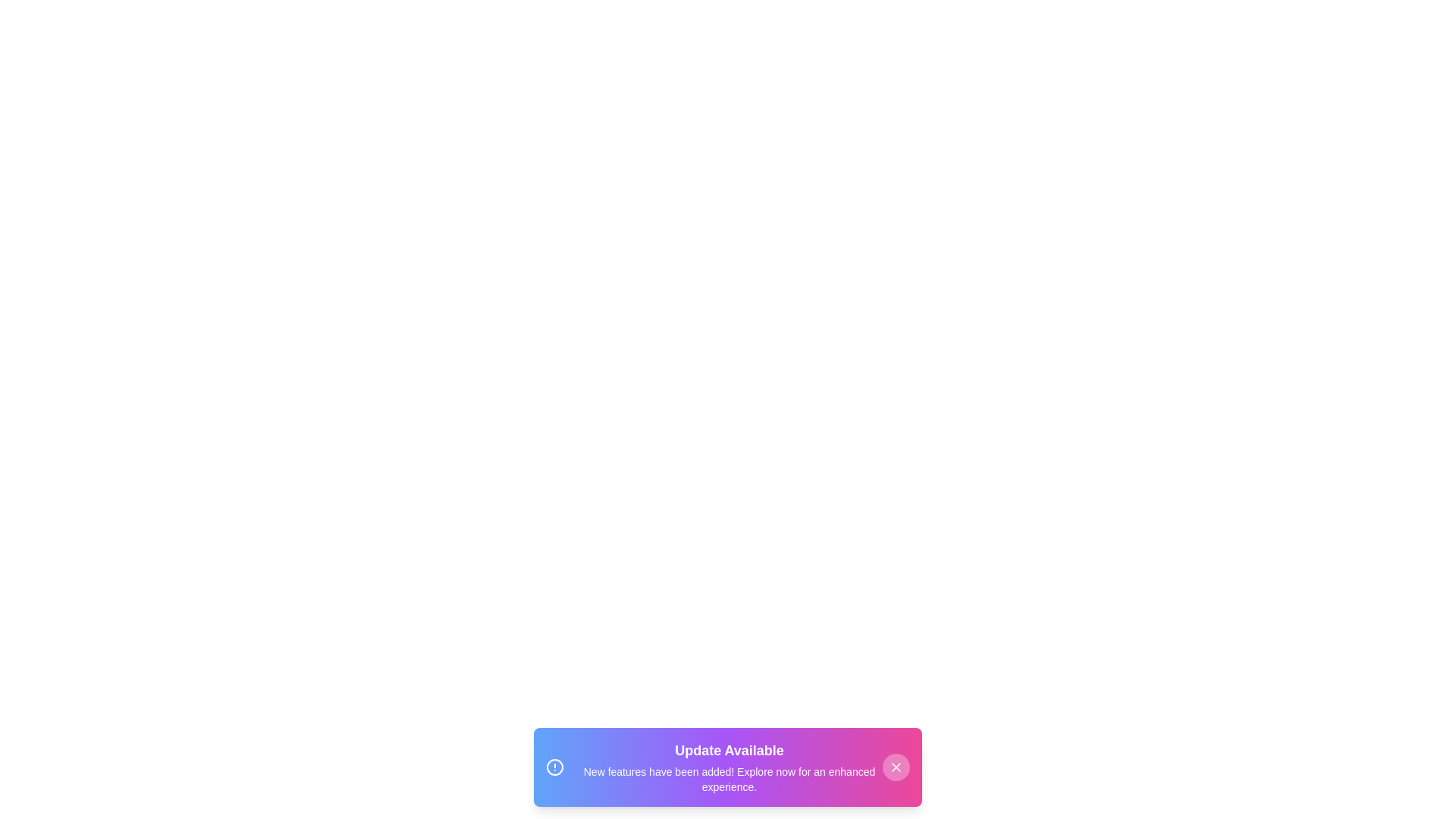 The height and width of the screenshot is (819, 1456). I want to click on the icon to inspect it, so click(554, 767).